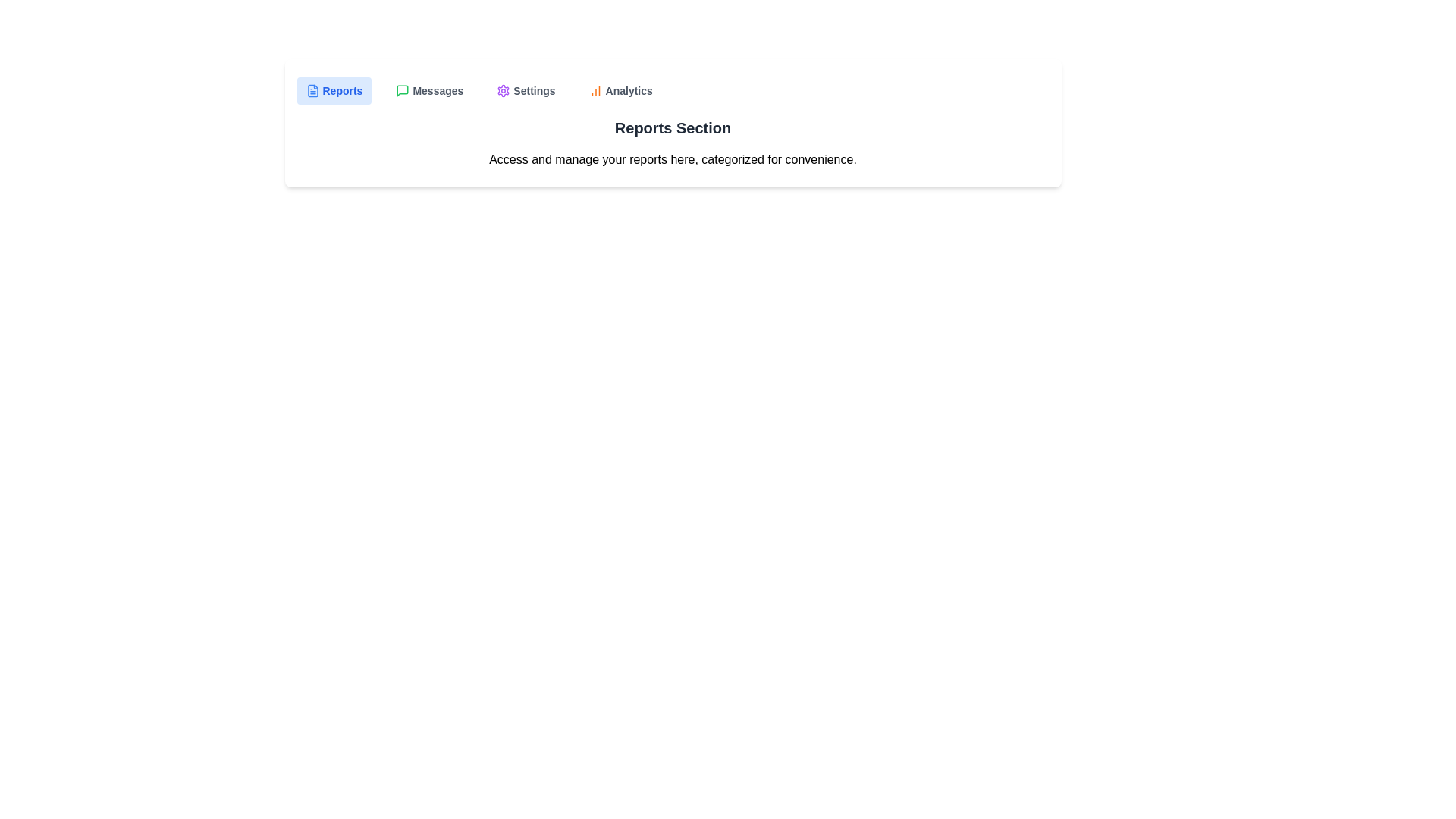 The image size is (1456, 819). Describe the element at coordinates (312, 90) in the screenshot. I see `the icon representing the 'Reports' label in the navigation menu, located to the left of the label` at that location.